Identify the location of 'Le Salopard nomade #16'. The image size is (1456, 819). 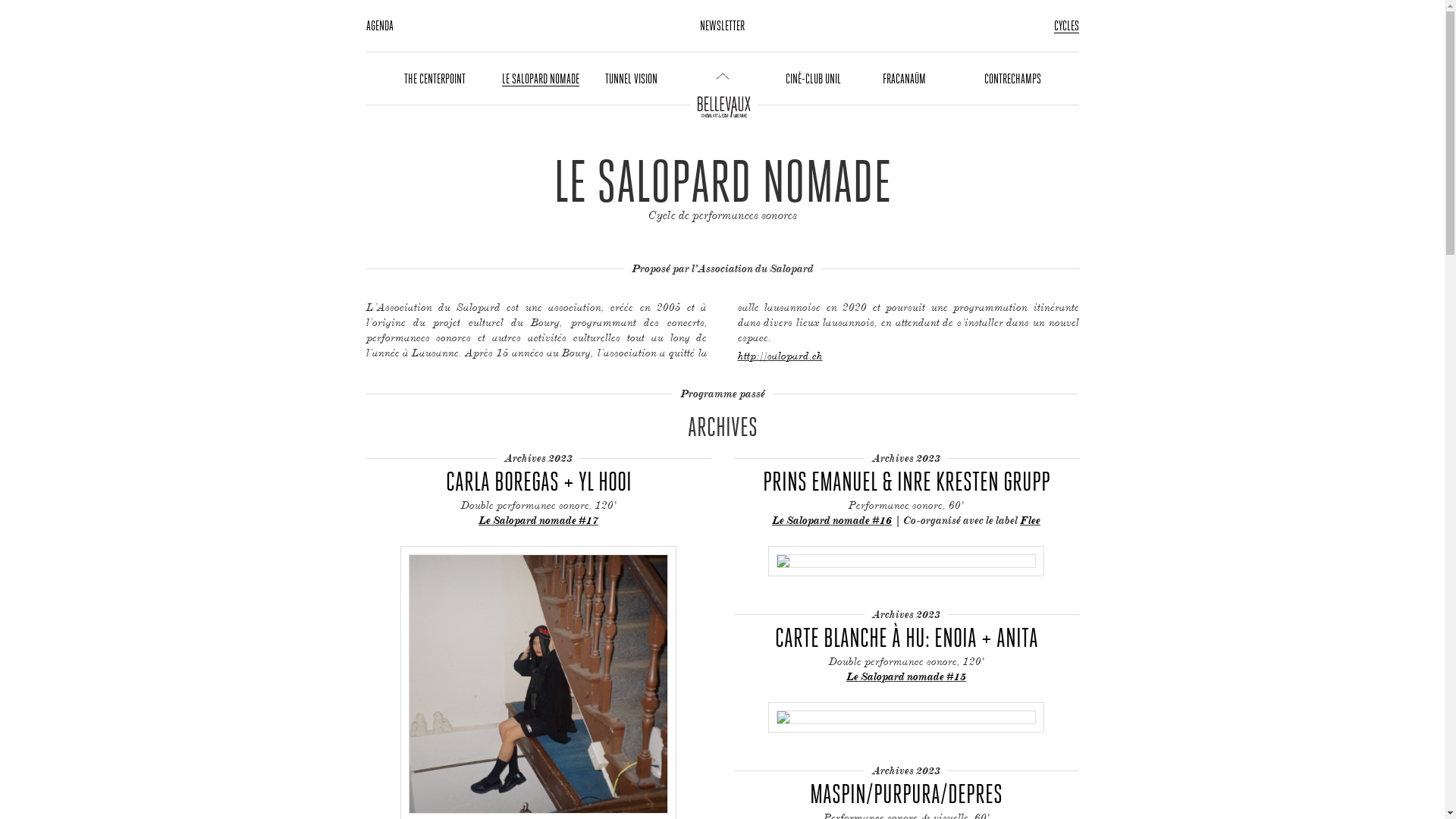
(771, 519).